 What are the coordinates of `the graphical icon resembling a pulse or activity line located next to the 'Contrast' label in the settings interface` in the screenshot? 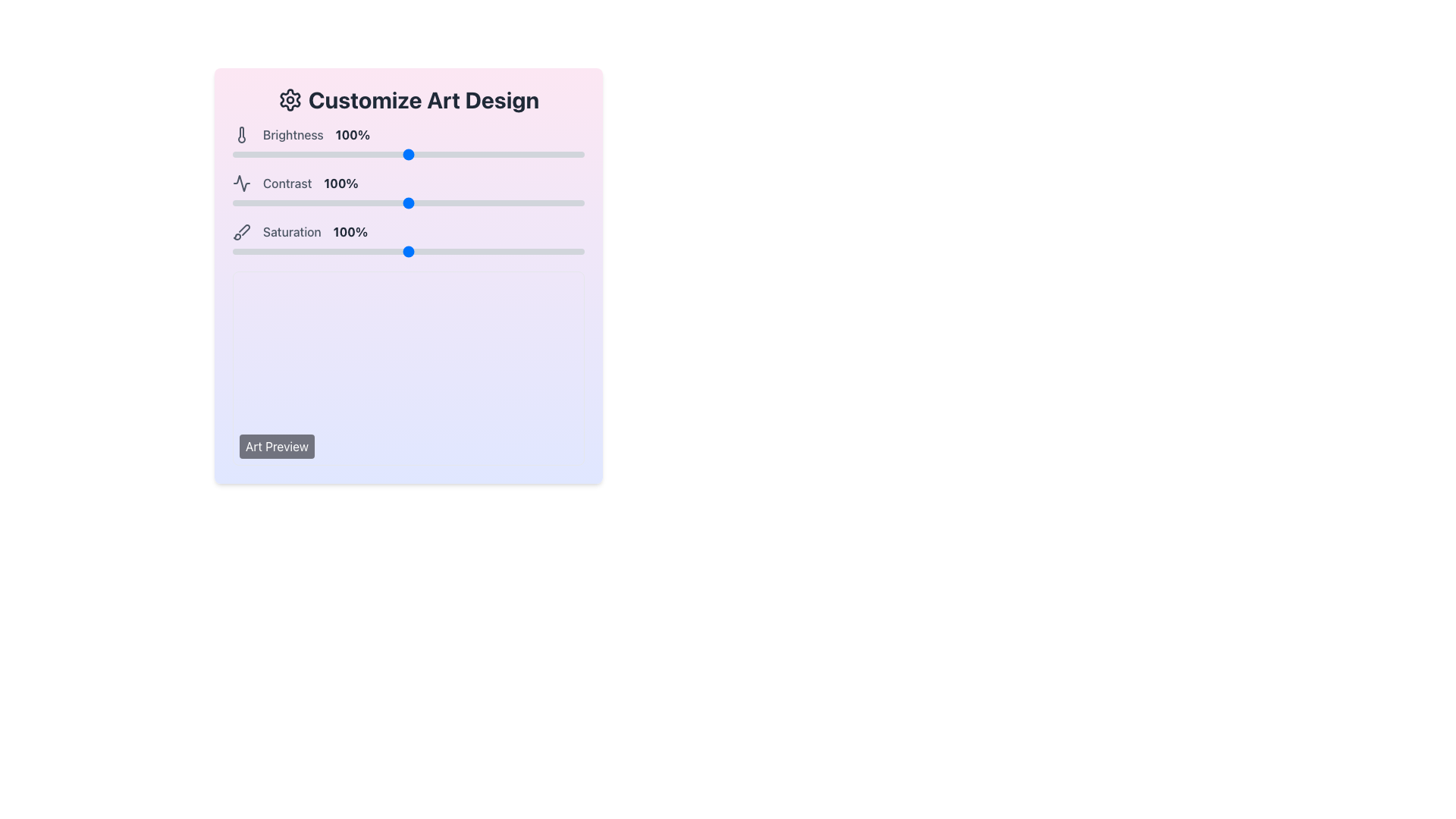 It's located at (240, 183).